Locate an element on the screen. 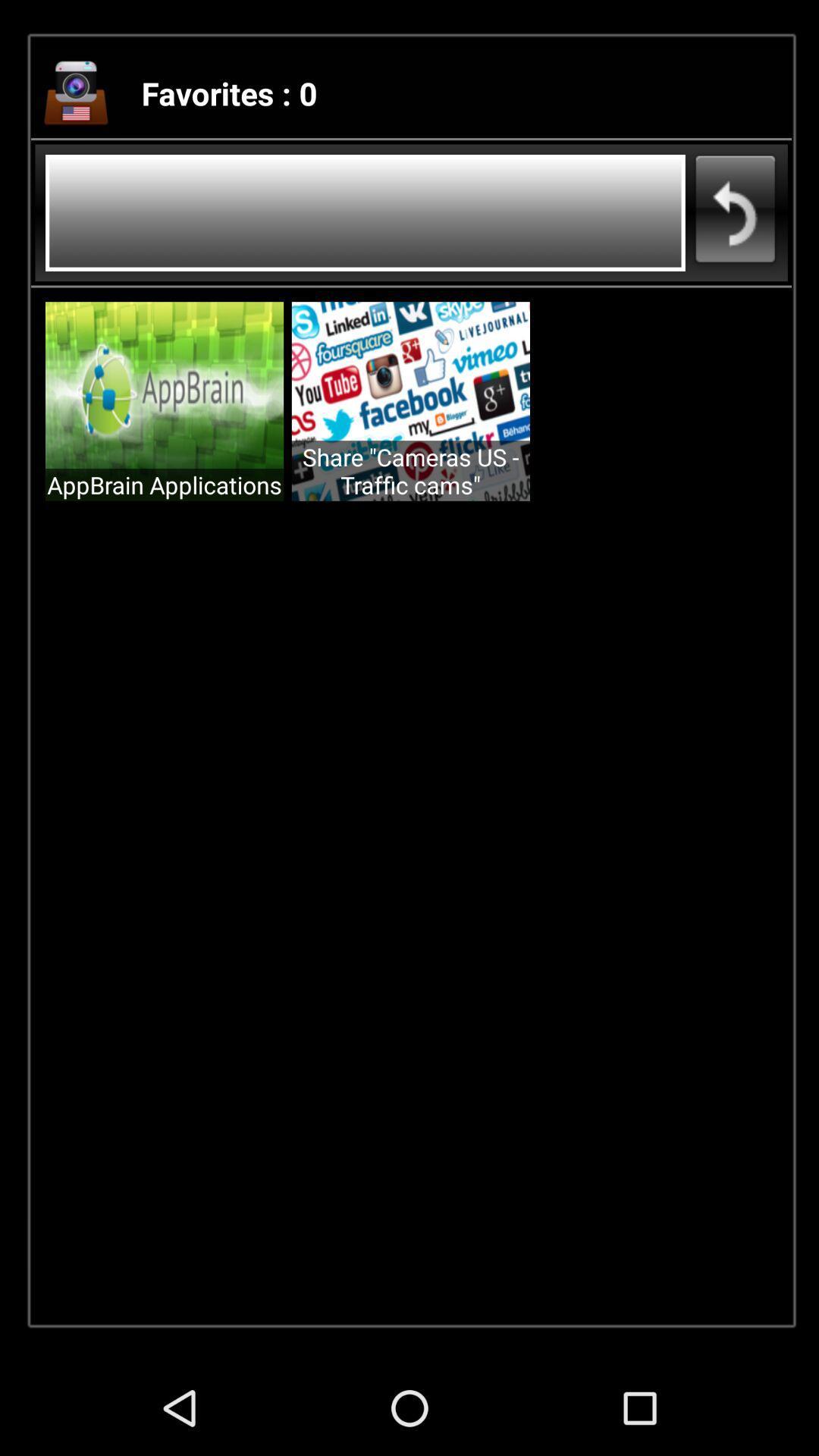  search bar is located at coordinates (365, 212).